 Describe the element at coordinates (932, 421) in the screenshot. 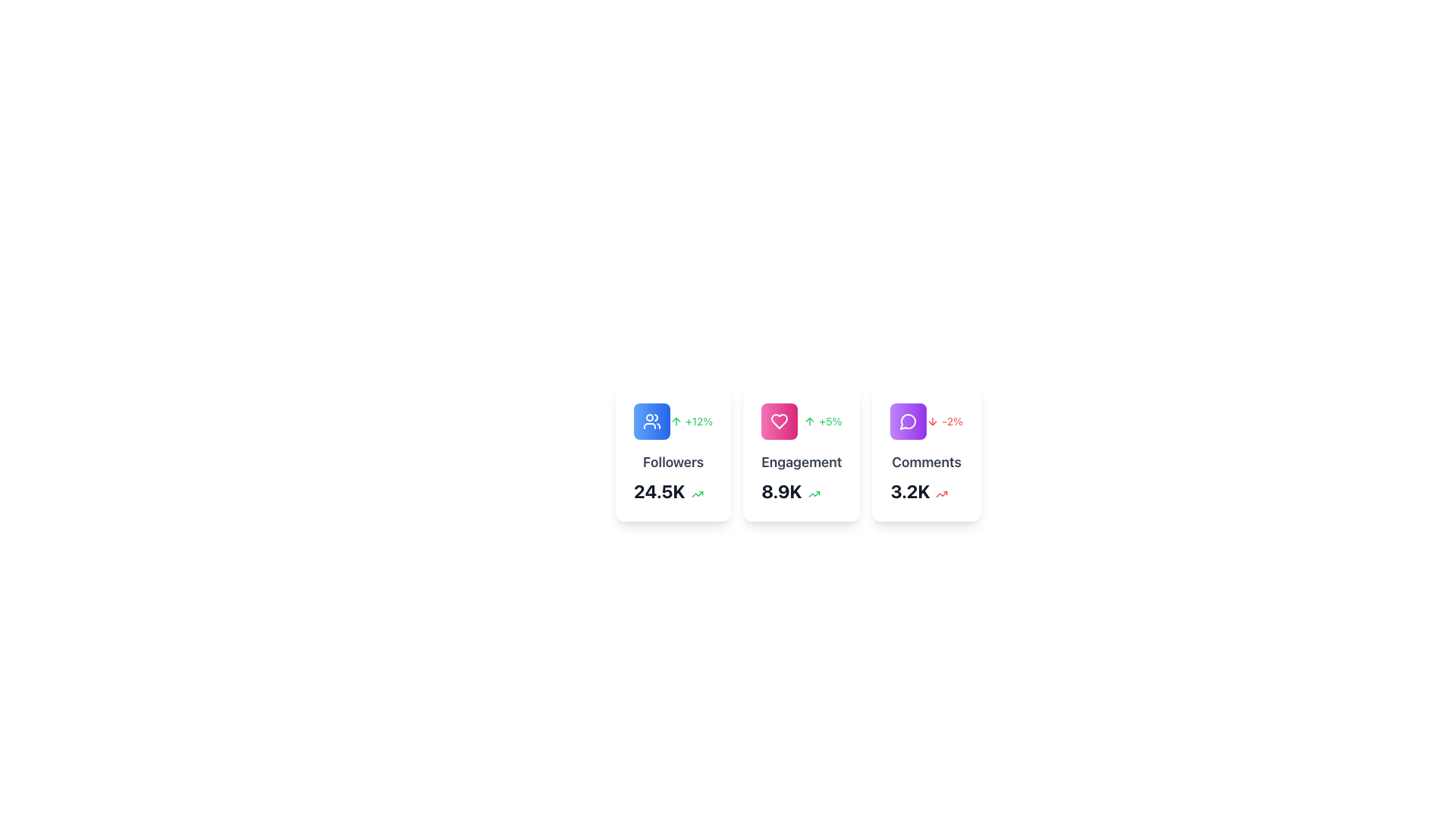

I see `the visual representation of the downward-pointing red arrow icon located immediately to the left of the '-2%' text in the top-right section of the 'Comments' card` at that location.